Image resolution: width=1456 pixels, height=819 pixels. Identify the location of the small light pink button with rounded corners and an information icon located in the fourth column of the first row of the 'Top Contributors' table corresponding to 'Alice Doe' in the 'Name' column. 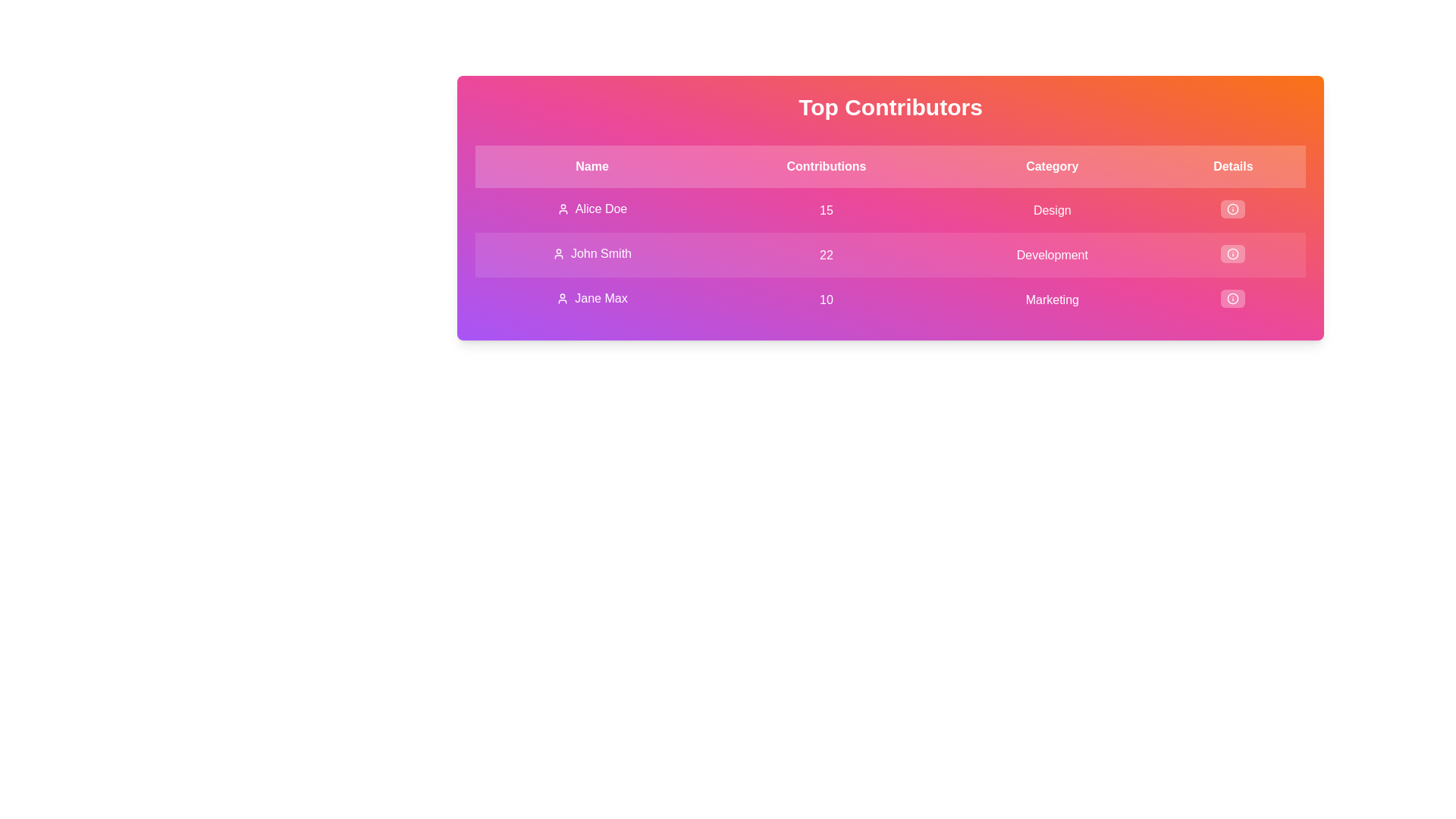
(1233, 210).